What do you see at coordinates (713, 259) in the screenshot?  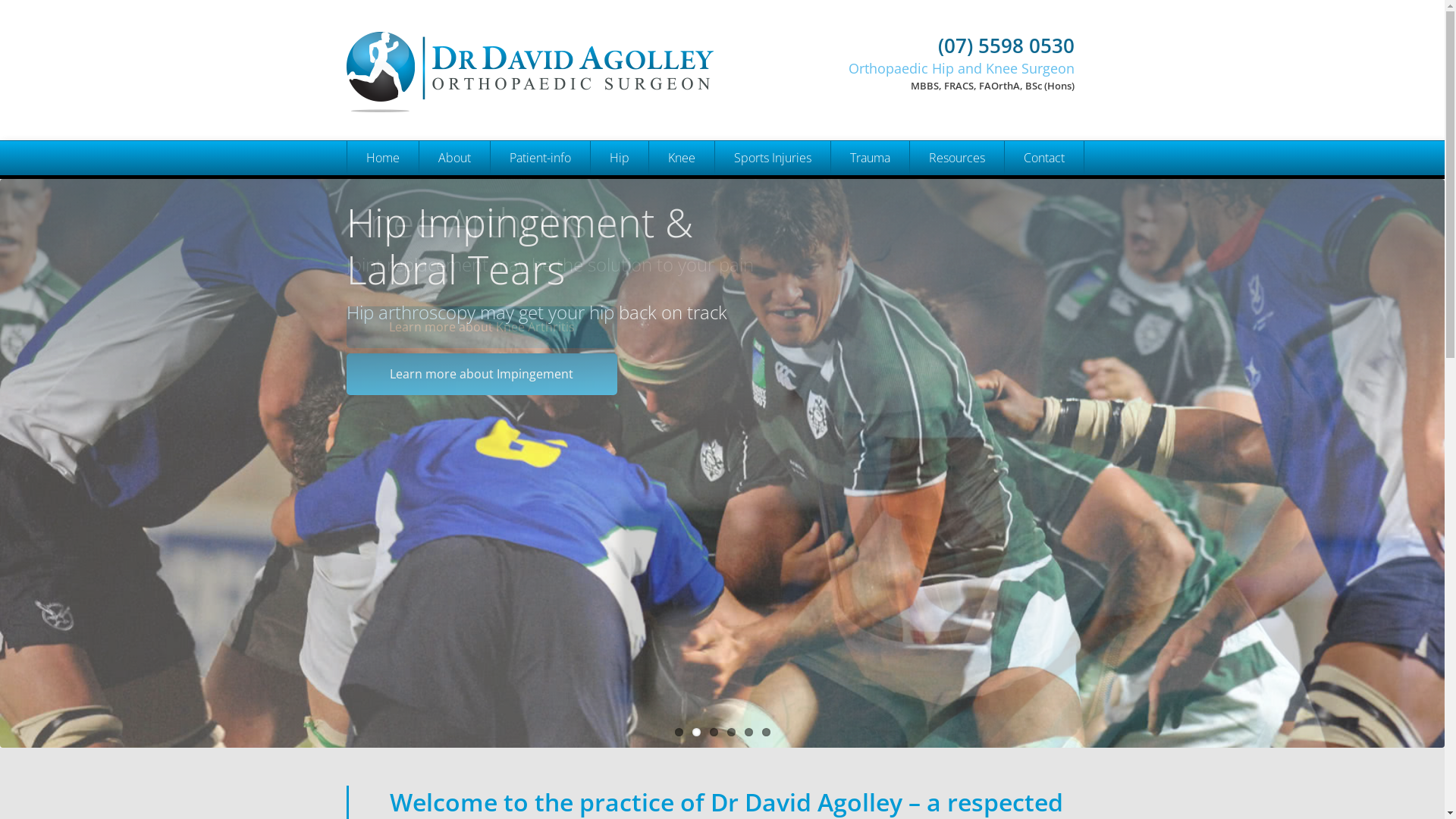 I see `'Hip Ligamentum Teres Tear'` at bounding box center [713, 259].